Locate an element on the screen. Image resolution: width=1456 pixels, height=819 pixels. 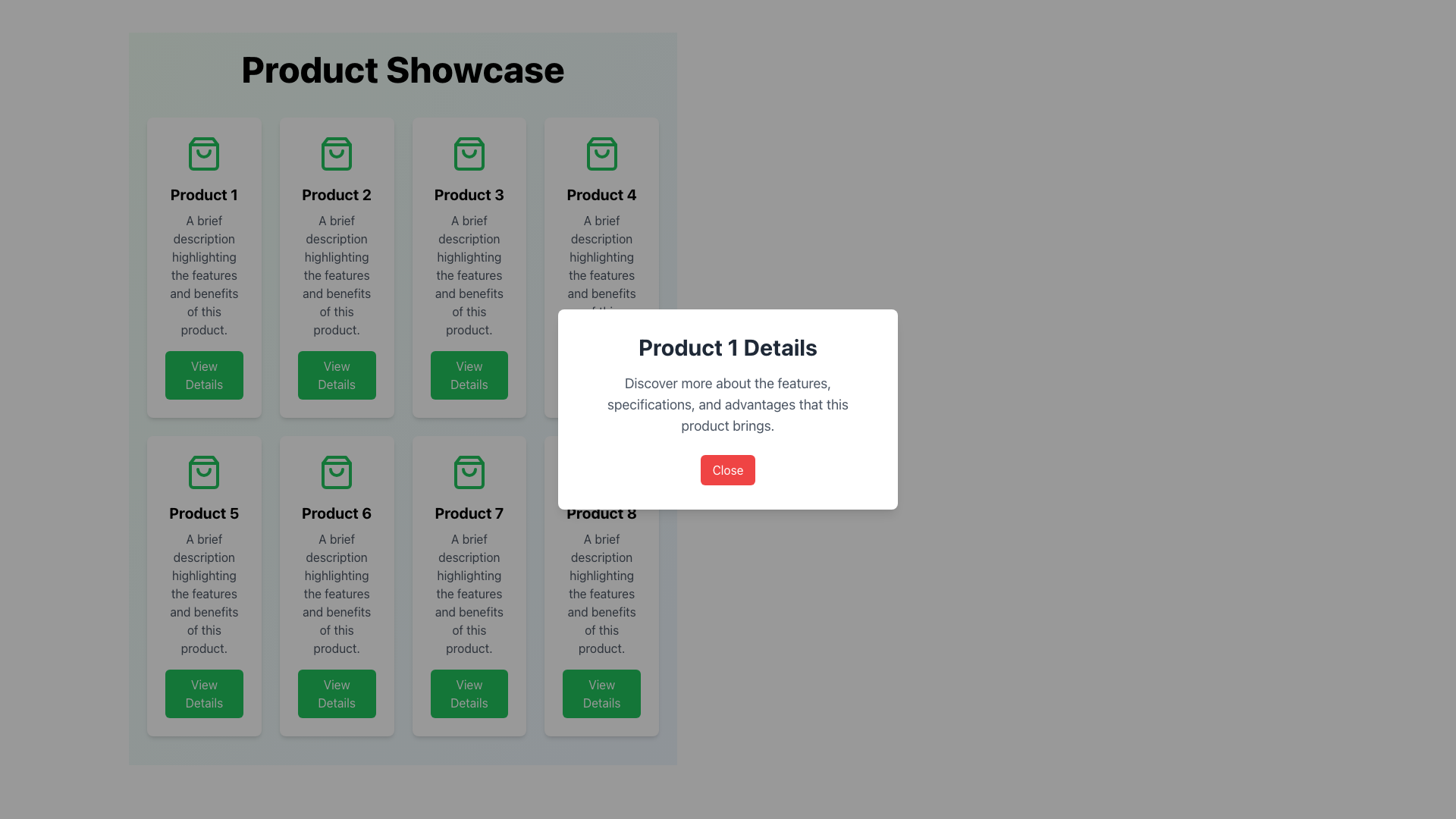
product title and description from the Product card located in the rightmost column of the top row in the grid layout, specifically the fourth item is located at coordinates (601, 267).